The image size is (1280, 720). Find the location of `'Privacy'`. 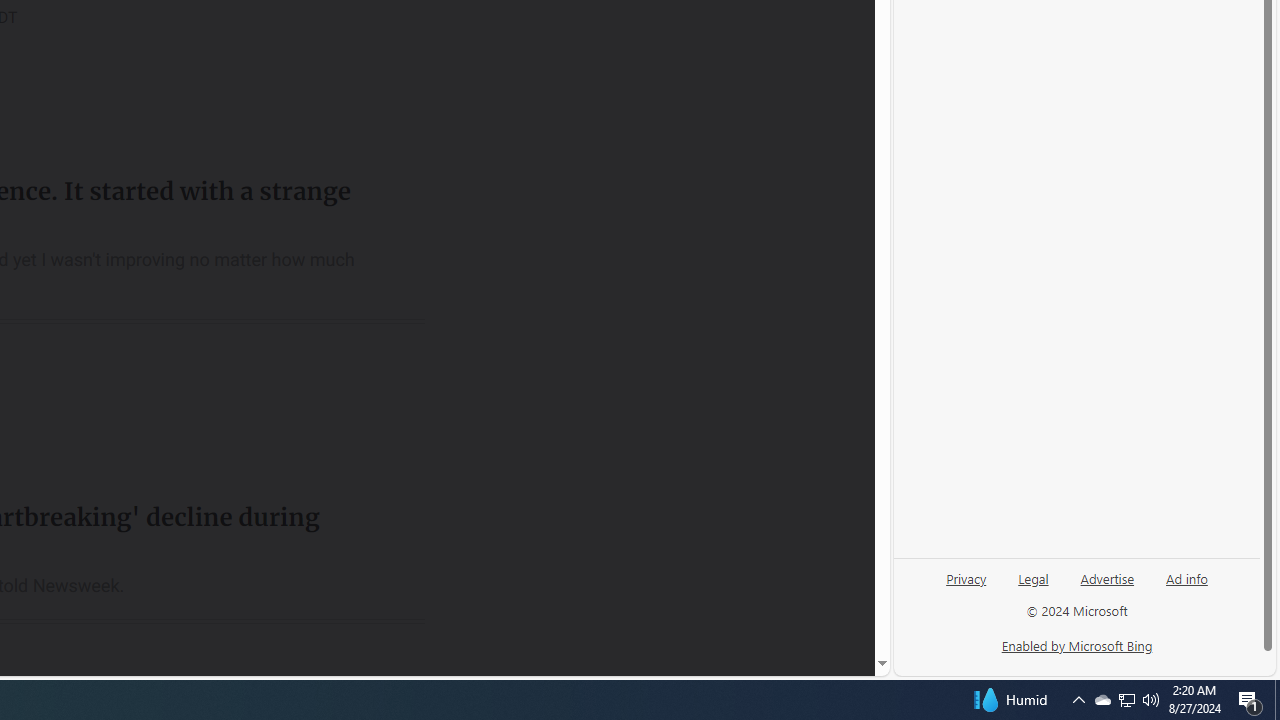

'Privacy' is located at coordinates (966, 577).